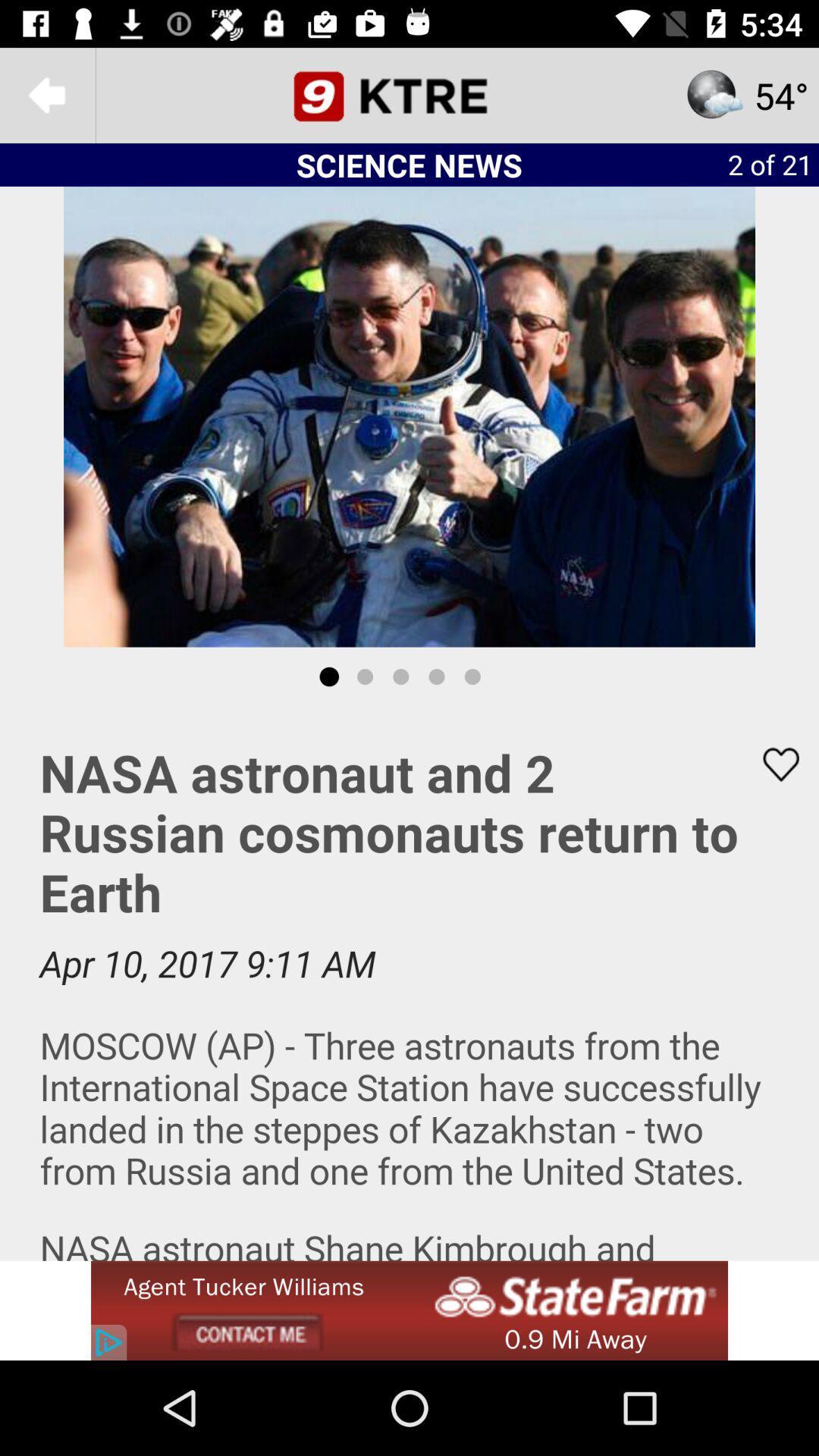  I want to click on title image page, so click(409, 94).